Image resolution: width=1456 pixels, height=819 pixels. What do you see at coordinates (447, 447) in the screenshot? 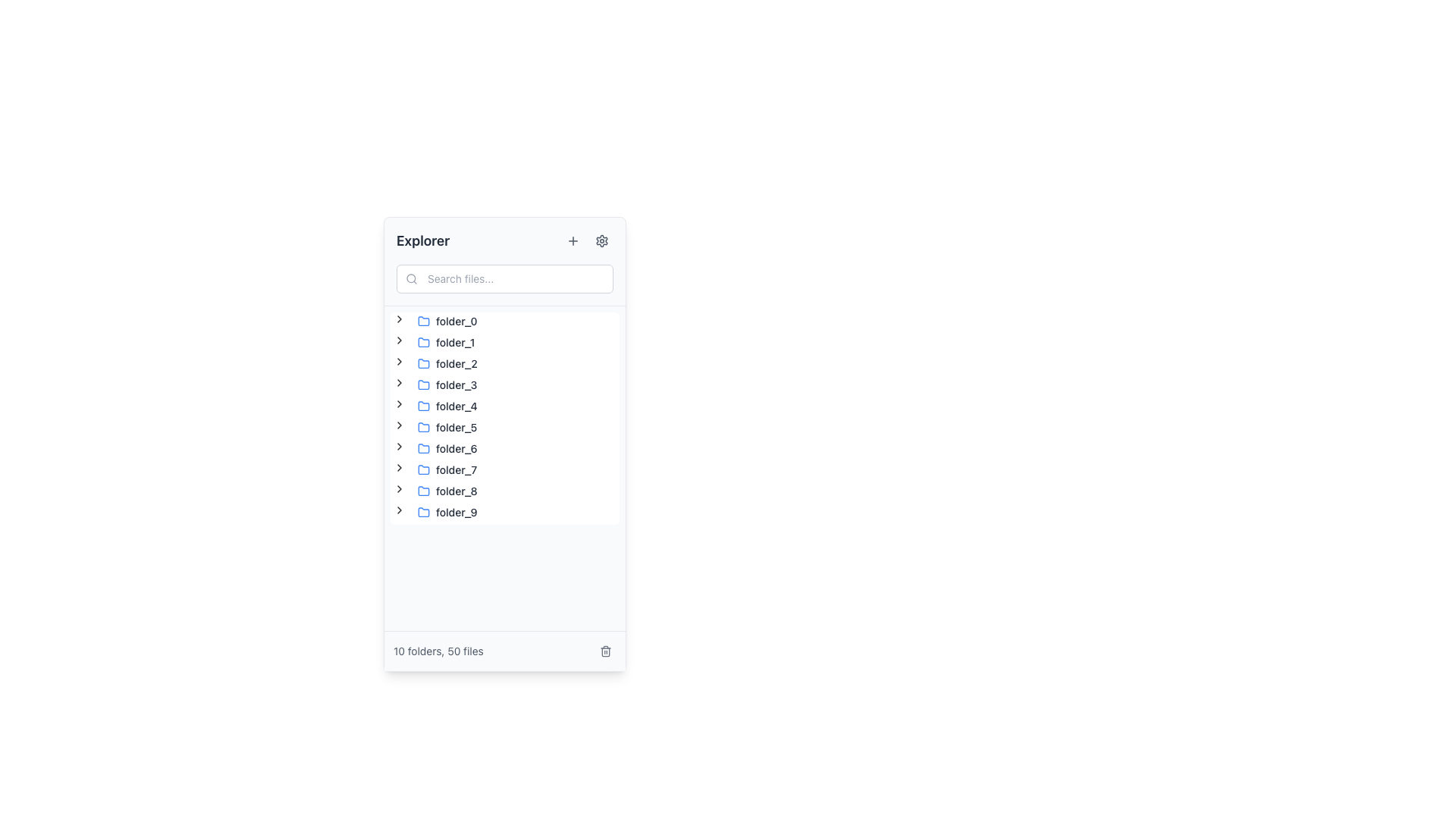
I see `the 'folder_6' list item, which includes a blue folder icon and a label` at bounding box center [447, 447].